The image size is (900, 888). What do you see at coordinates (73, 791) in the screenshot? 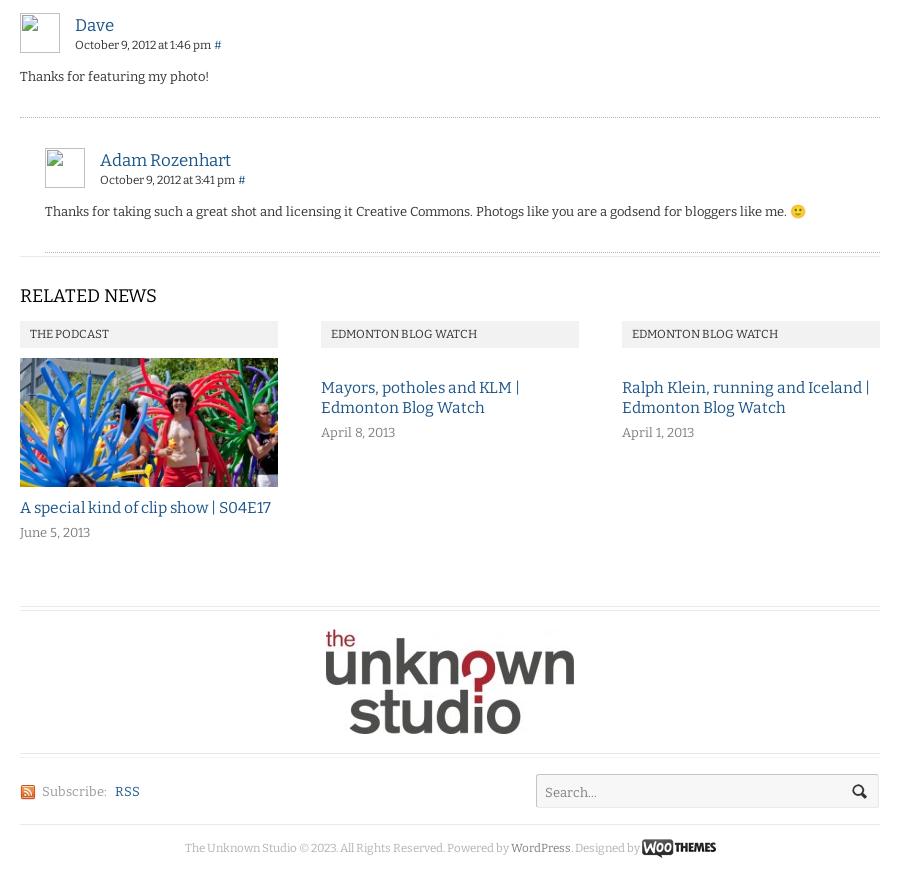
I see `'Subscribe:'` at bounding box center [73, 791].